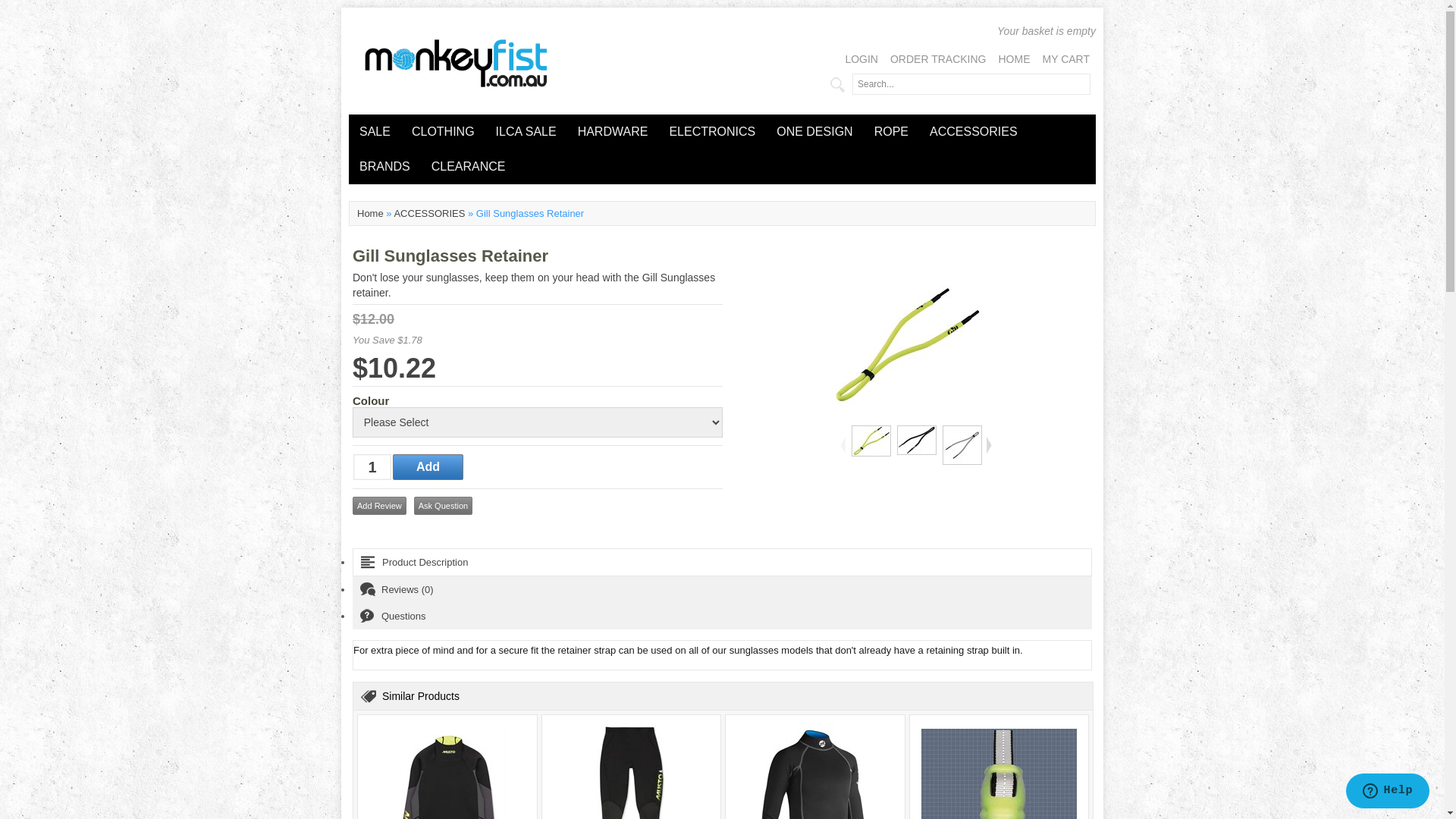 This screenshot has height=819, width=1456. I want to click on 'ACCESSORIES', so click(428, 213).